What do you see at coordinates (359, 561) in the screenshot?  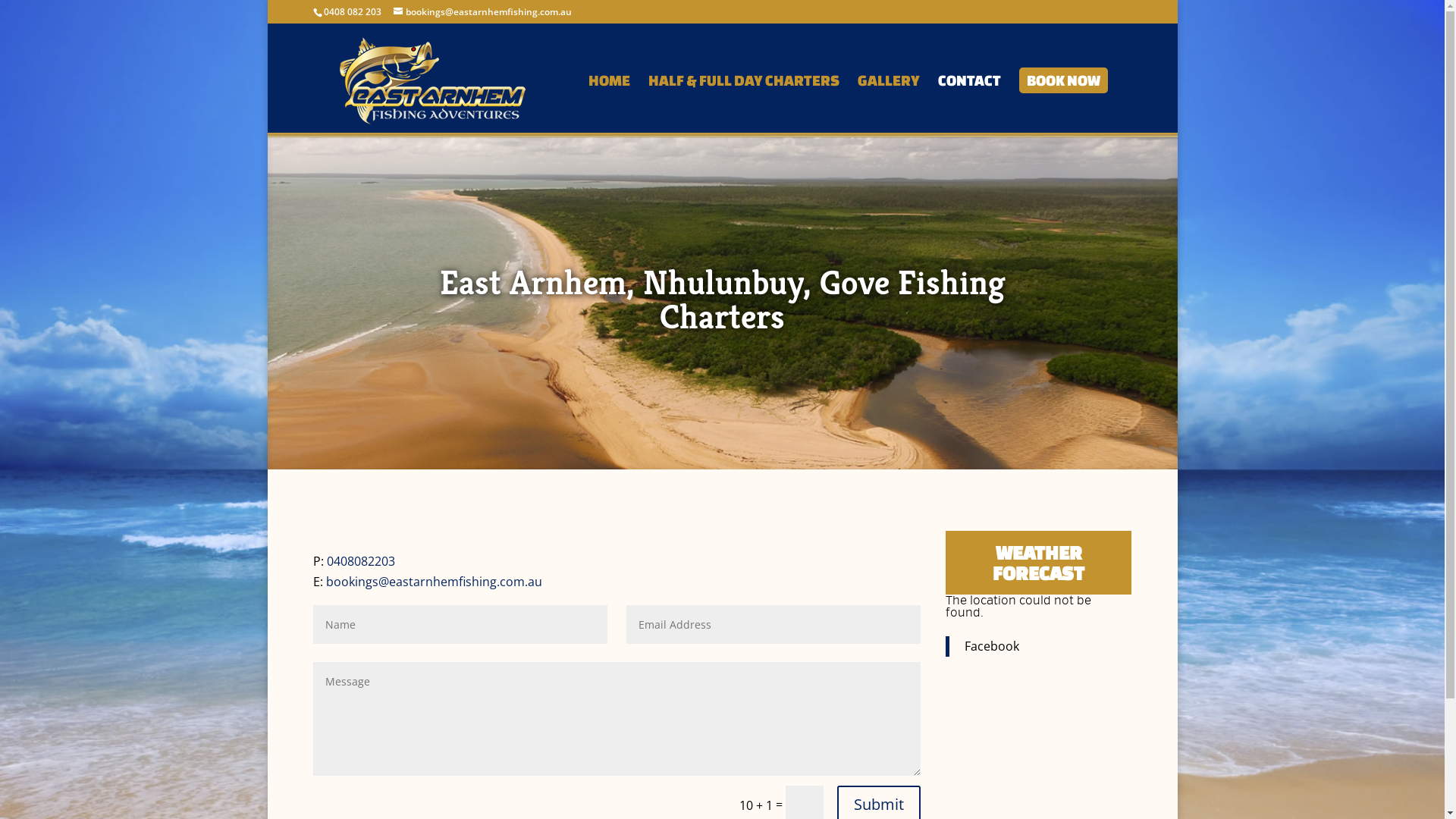 I see `'0408082203'` at bounding box center [359, 561].